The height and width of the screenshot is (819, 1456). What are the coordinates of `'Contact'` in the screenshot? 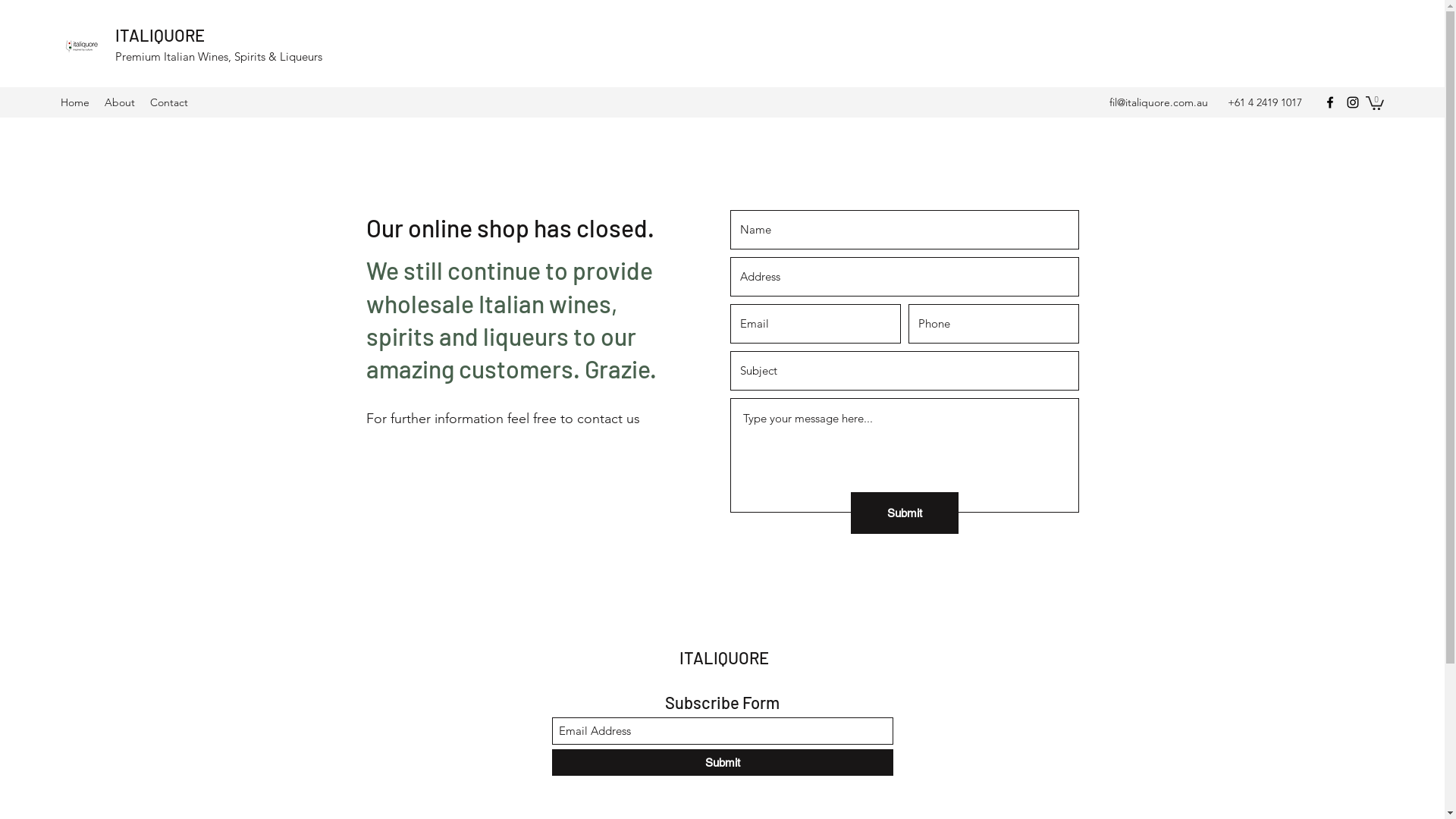 It's located at (142, 102).